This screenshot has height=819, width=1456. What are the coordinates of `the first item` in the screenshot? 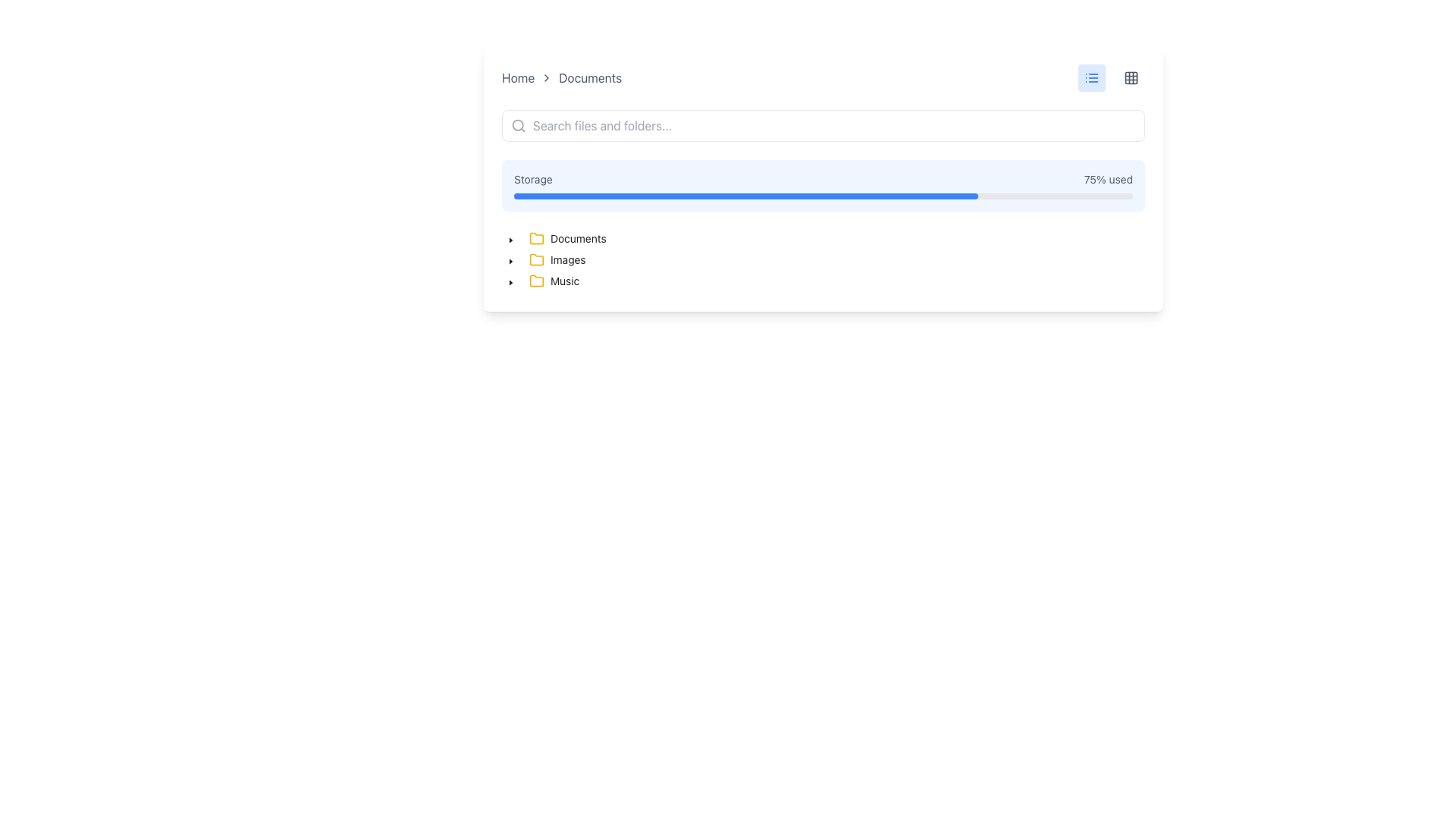 It's located at (566, 239).